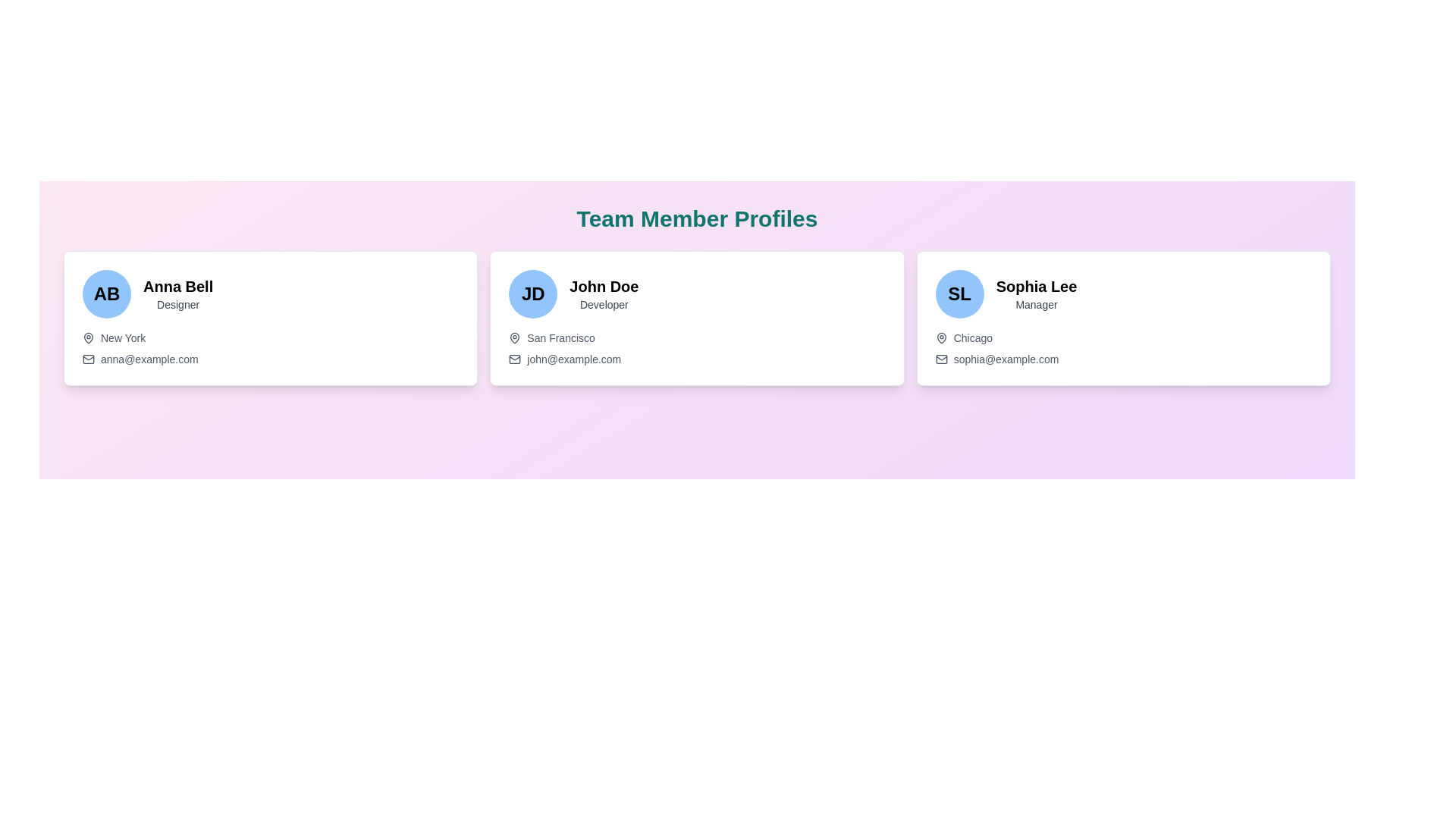  What do you see at coordinates (603, 287) in the screenshot?
I see `the text label displaying 'John Doe'` at bounding box center [603, 287].